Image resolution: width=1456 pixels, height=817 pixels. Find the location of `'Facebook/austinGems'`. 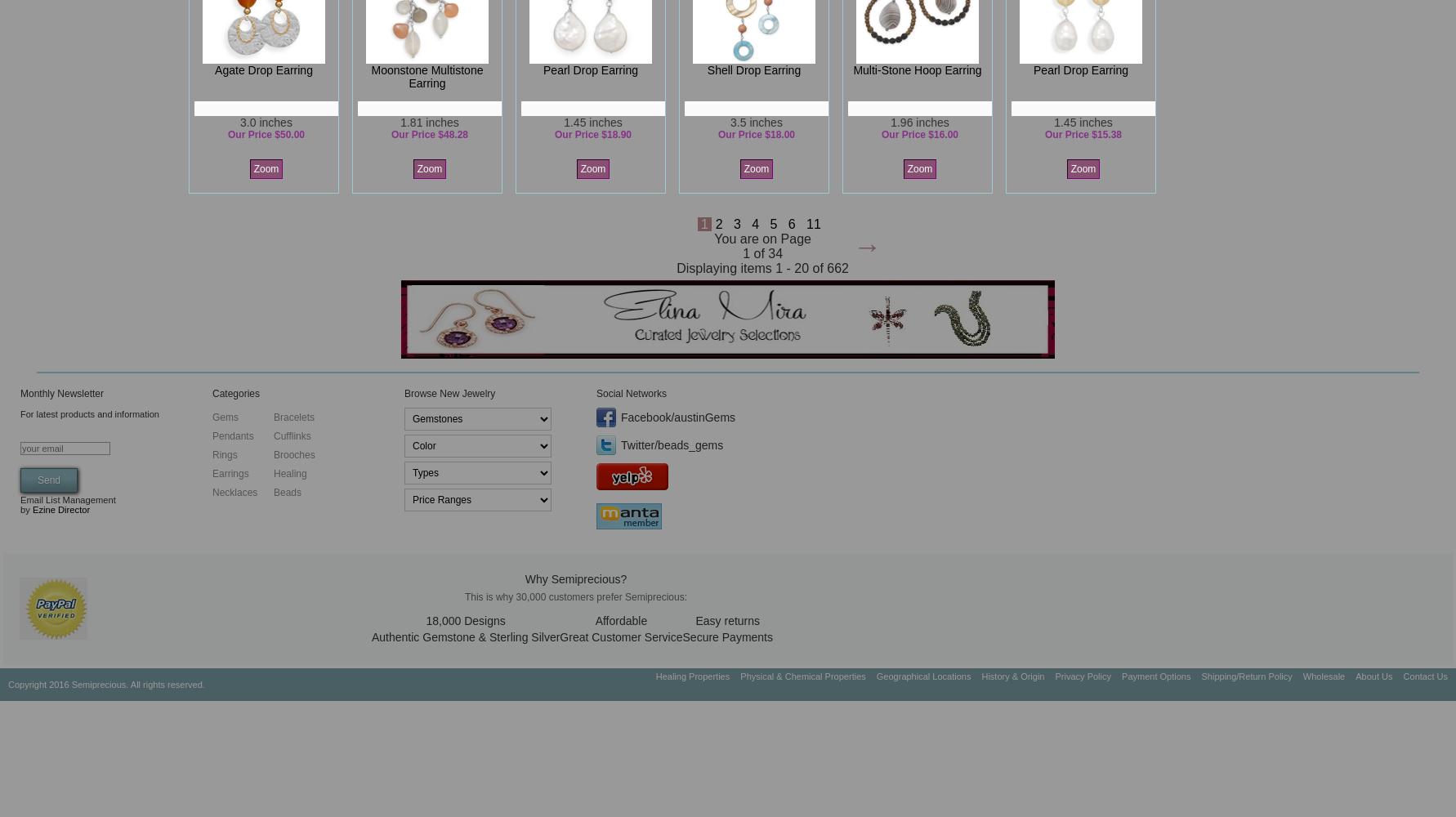

'Facebook/austinGems' is located at coordinates (677, 417).